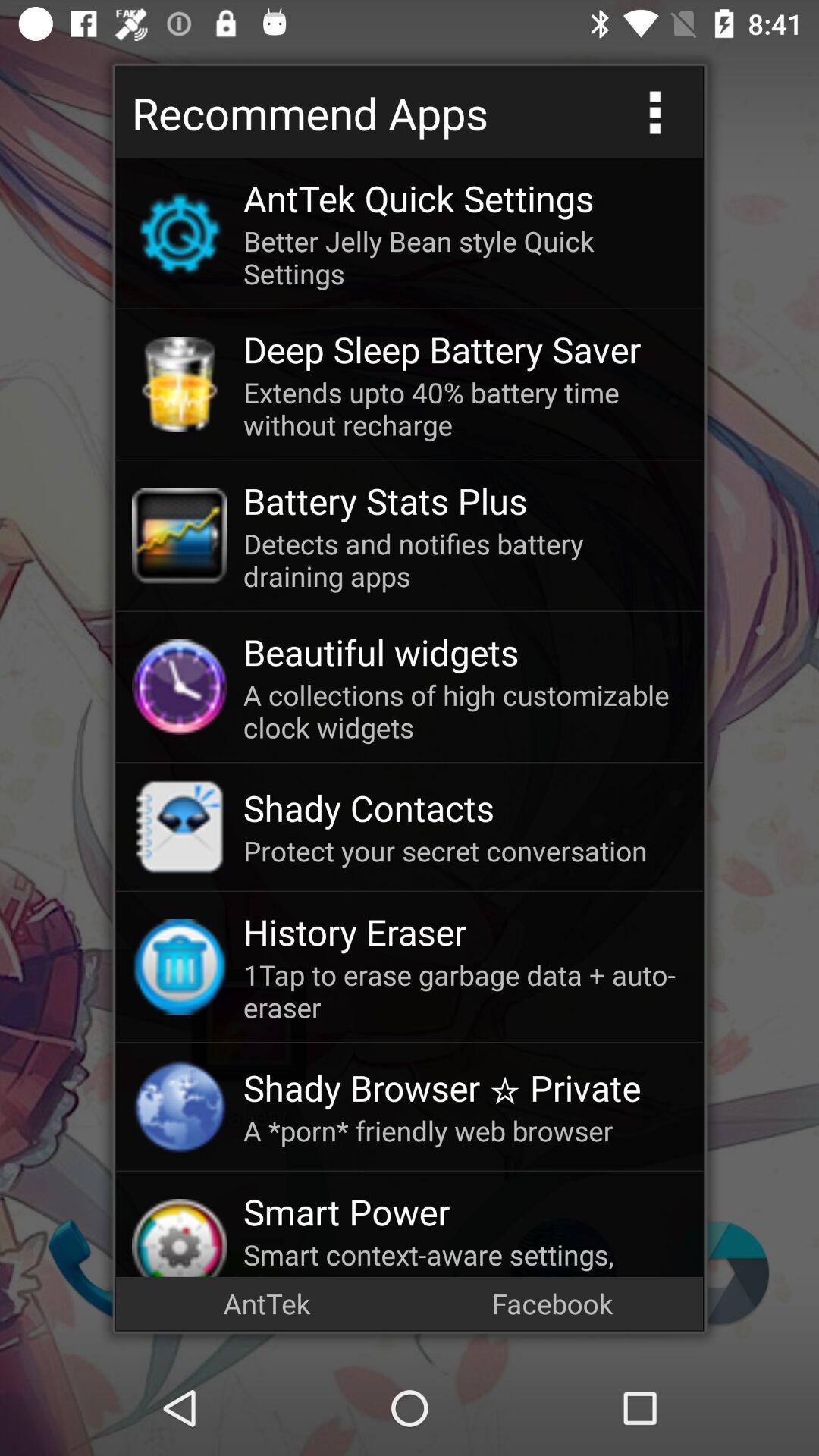 Image resolution: width=819 pixels, height=1456 pixels. I want to click on protect your secret, so click(464, 851).